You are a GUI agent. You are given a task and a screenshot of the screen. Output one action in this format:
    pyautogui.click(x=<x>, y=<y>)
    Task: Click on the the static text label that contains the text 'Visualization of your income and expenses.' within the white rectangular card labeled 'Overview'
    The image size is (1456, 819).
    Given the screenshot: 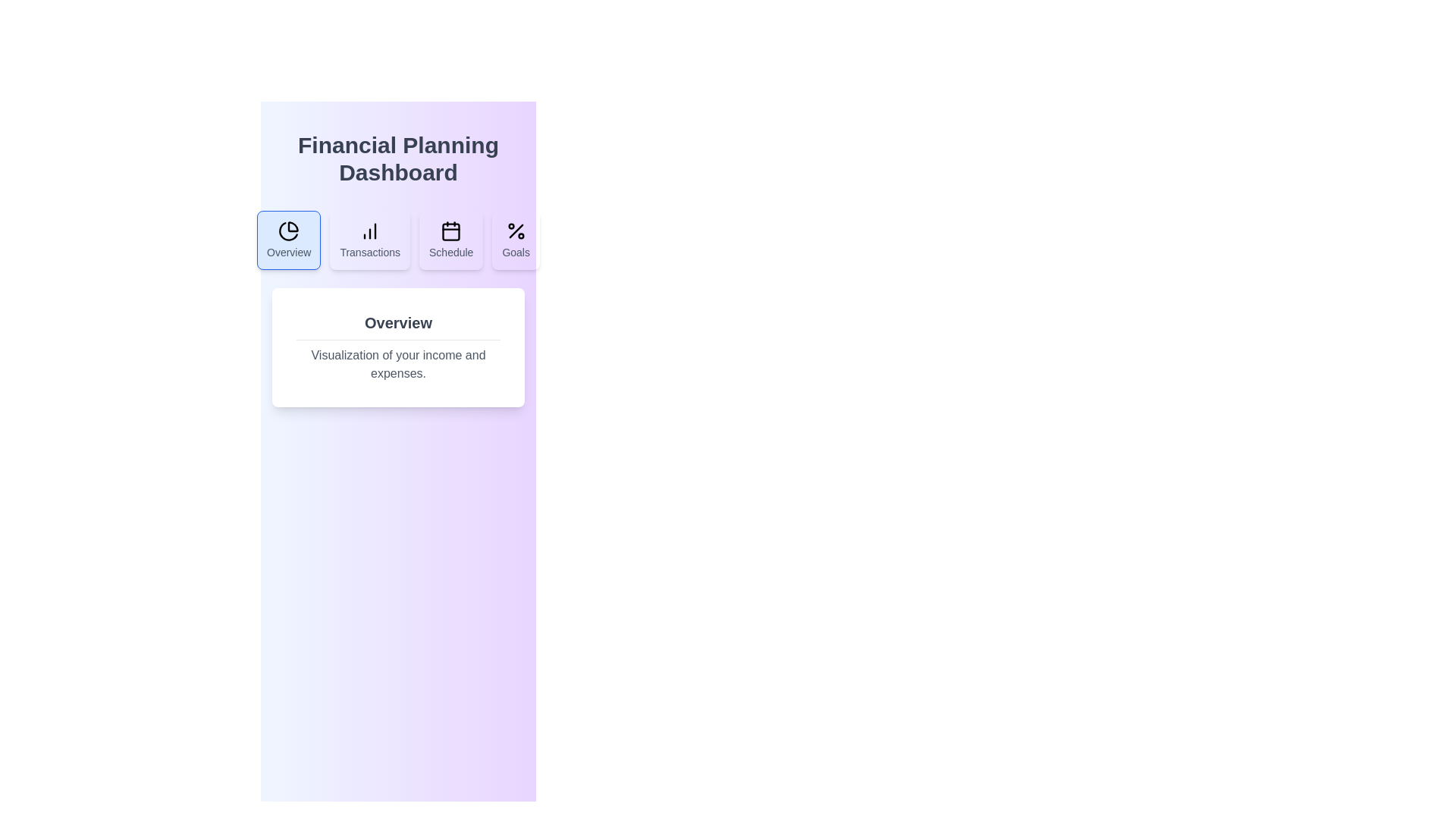 What is the action you would take?
    pyautogui.click(x=398, y=365)
    